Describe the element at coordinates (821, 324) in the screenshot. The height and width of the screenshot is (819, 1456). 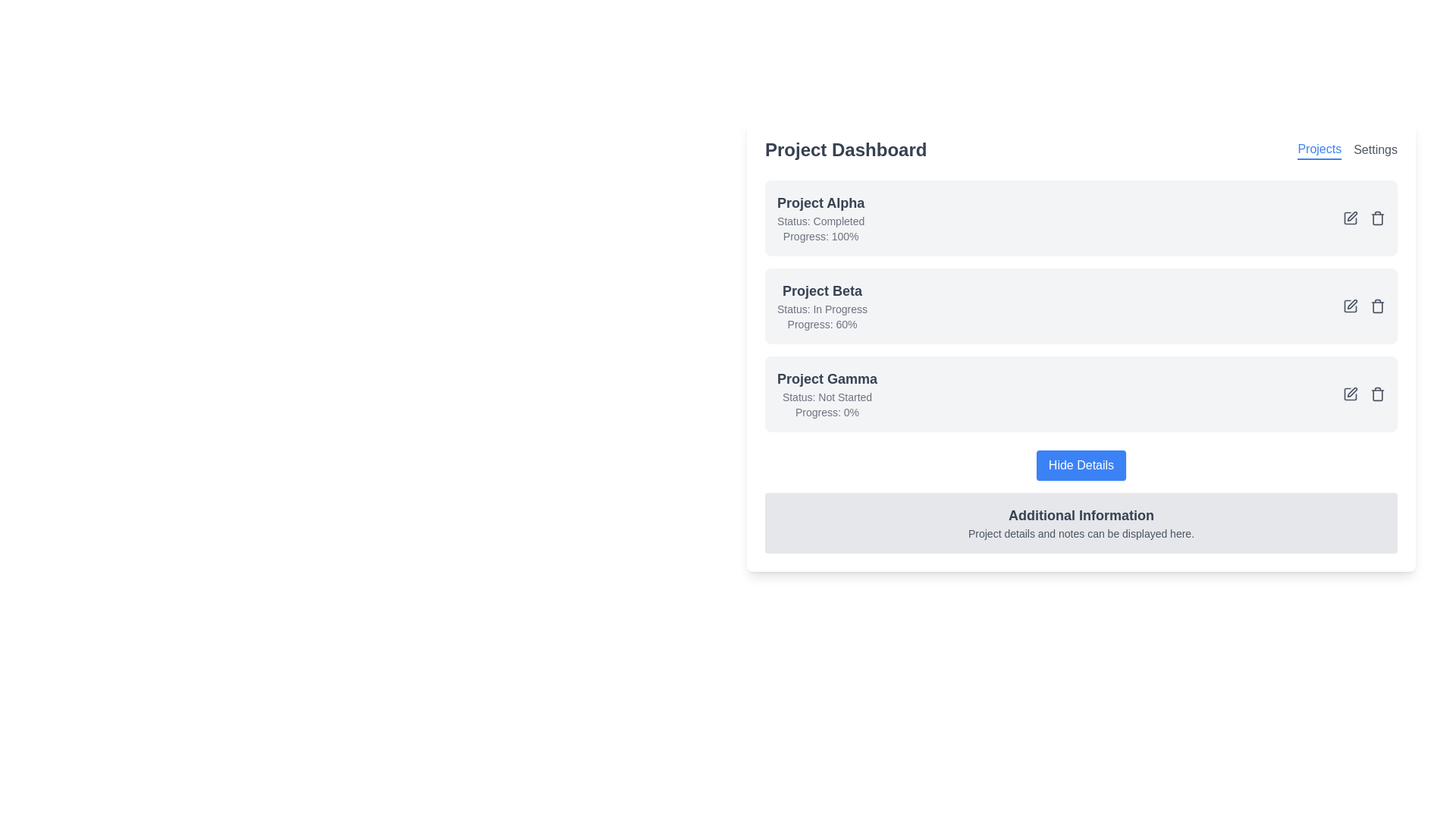
I see `the text label displaying 'Progress: 60%' which is located below the 'Status: In Progress' text in the 'Project Beta' information area` at that location.